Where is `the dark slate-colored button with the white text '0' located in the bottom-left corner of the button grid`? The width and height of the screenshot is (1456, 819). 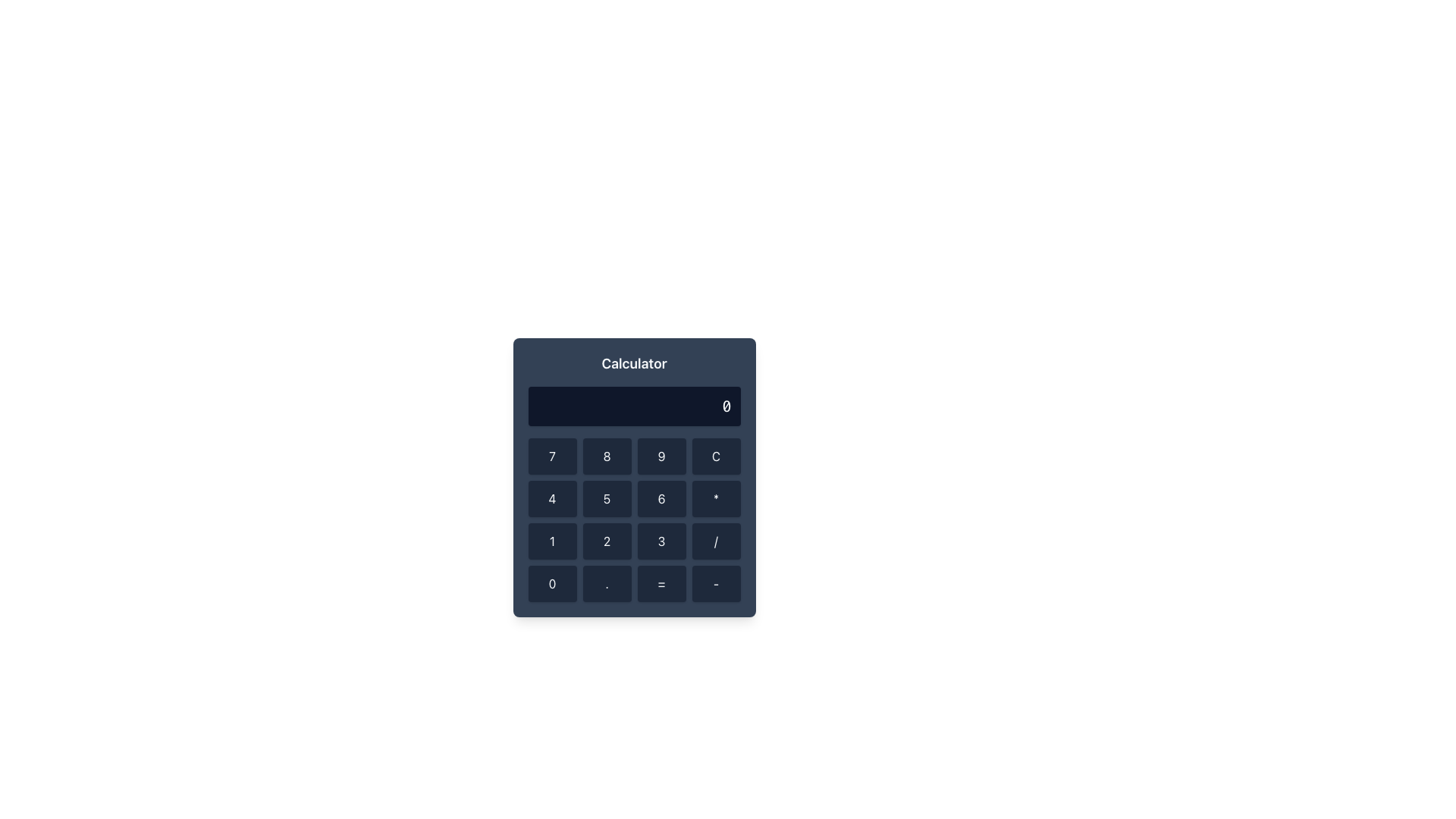
the dark slate-colored button with the white text '0' located in the bottom-left corner of the button grid is located at coordinates (551, 583).